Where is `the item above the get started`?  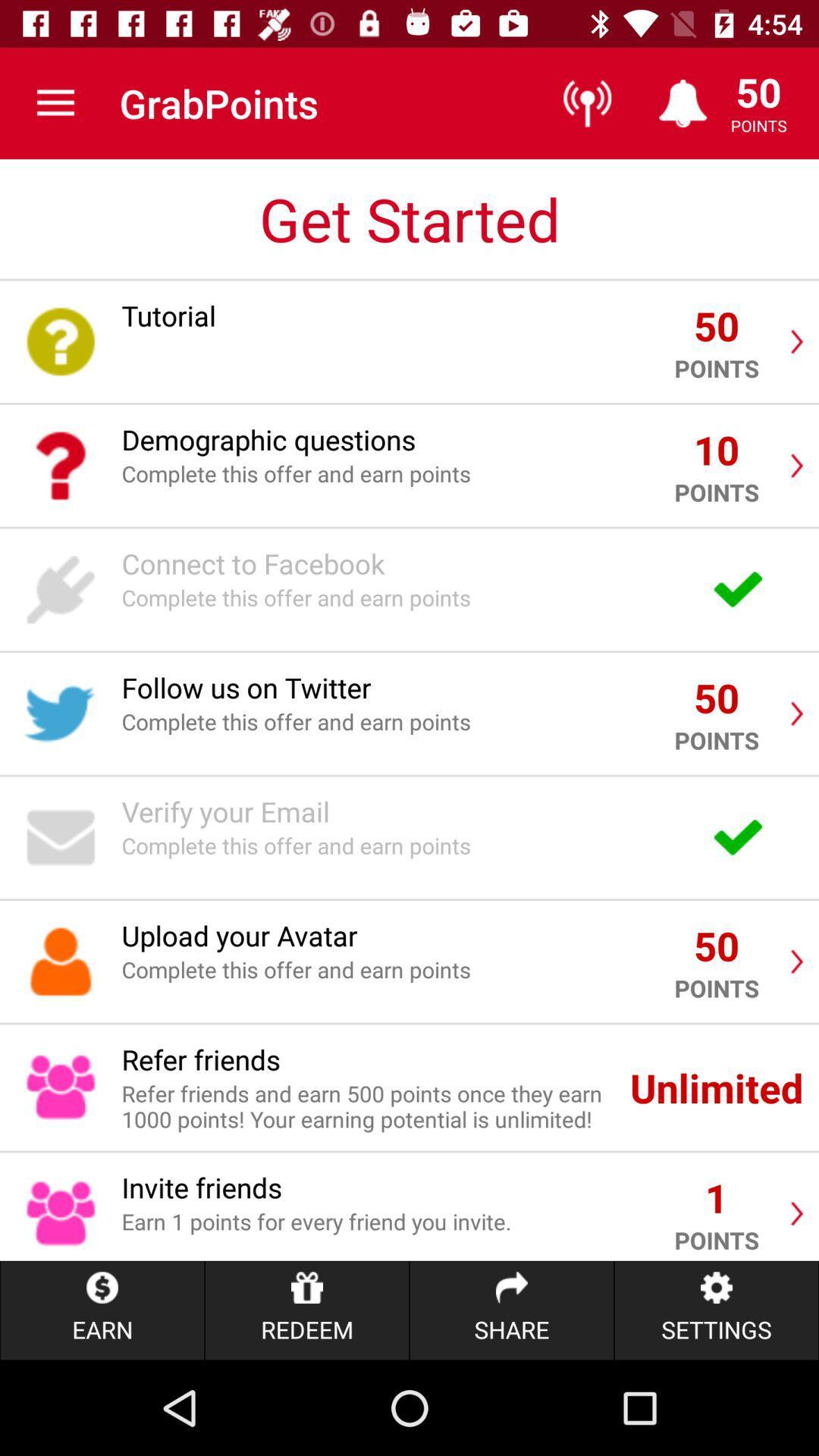 the item above the get started is located at coordinates (55, 102).